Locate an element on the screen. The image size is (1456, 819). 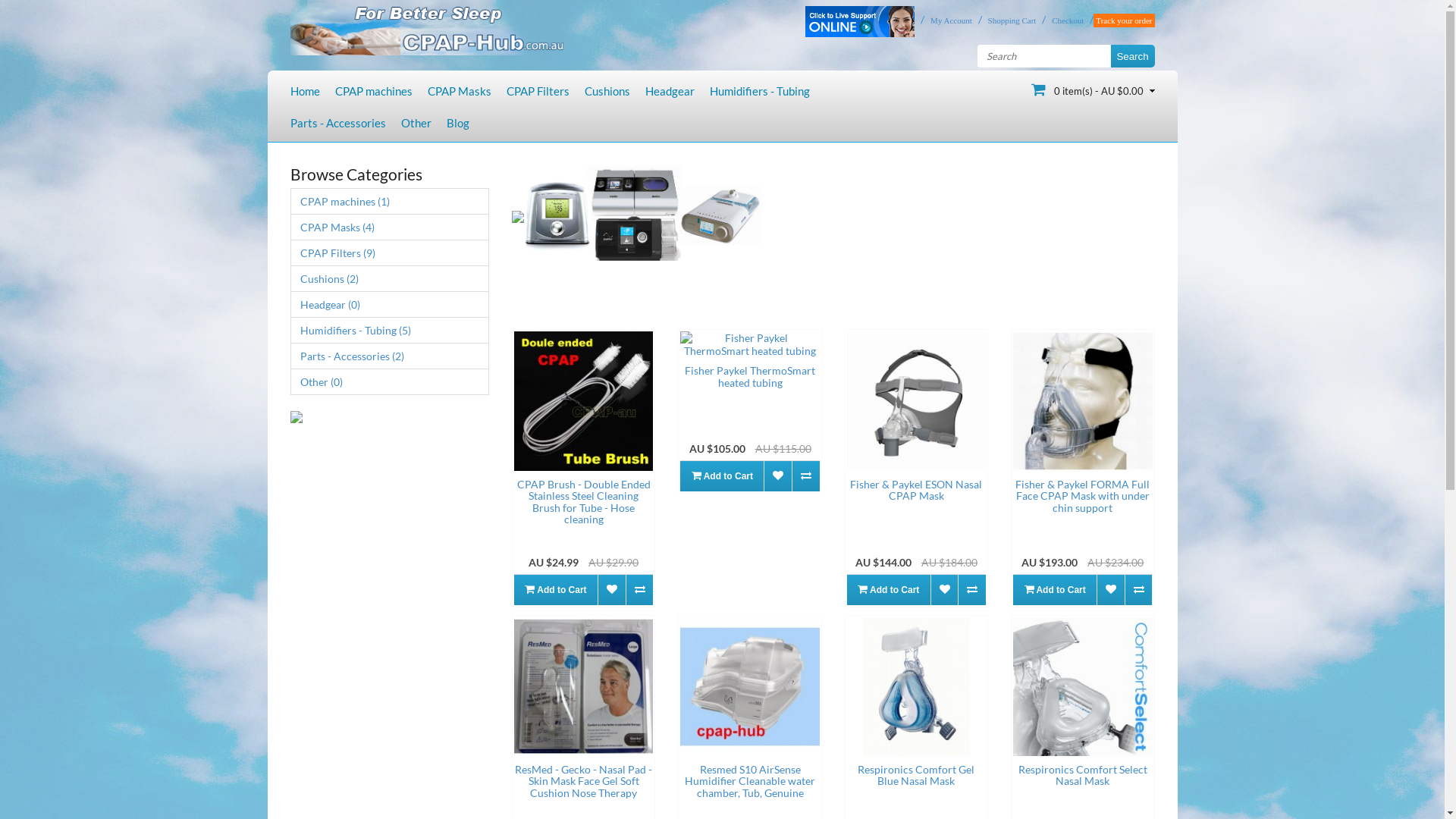
'Parts - Accessories (2)' is located at coordinates (389, 356).